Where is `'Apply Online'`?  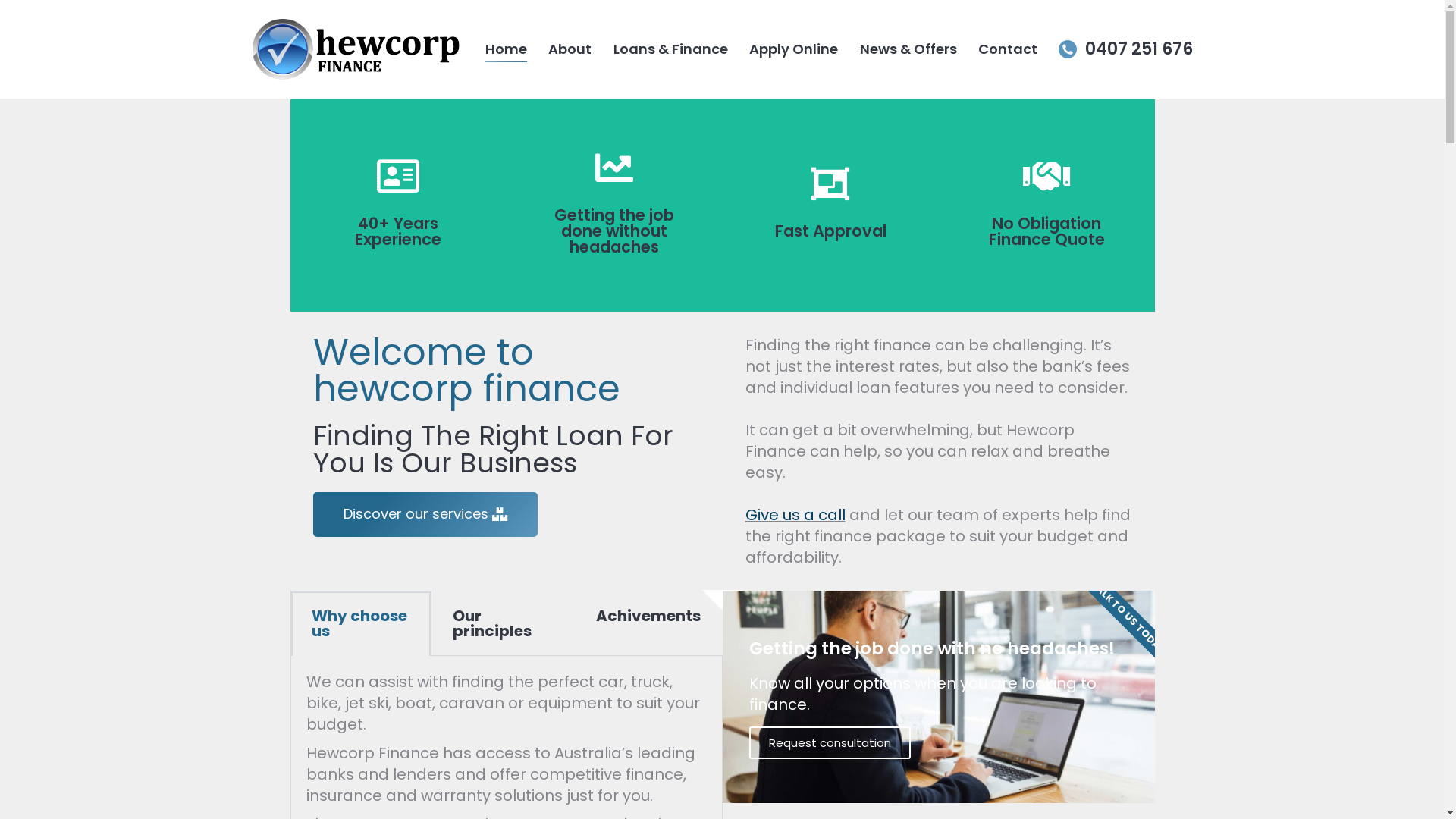
'Apply Online' is located at coordinates (792, 49).